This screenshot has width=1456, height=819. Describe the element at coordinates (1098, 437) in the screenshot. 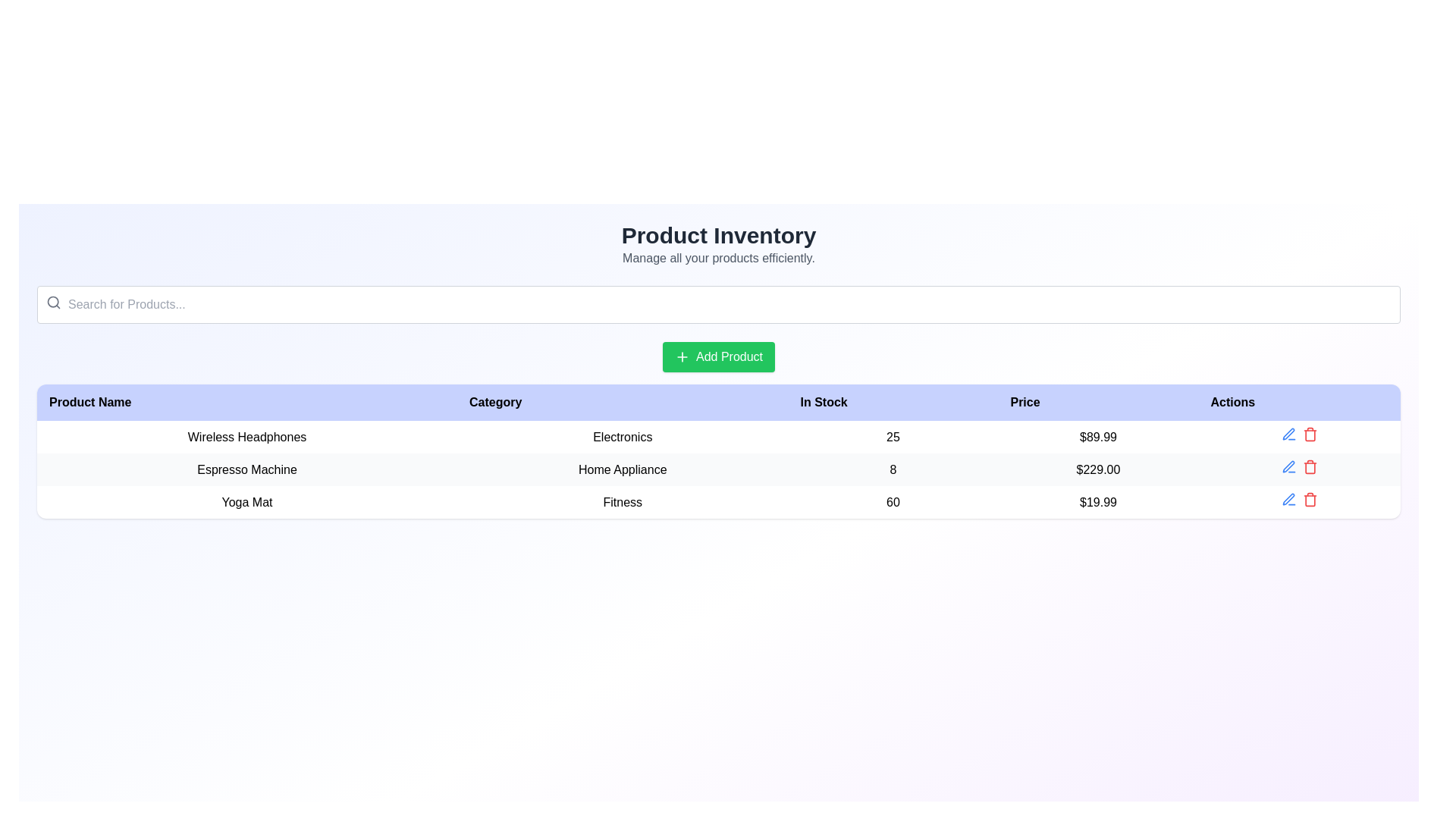

I see `the Price text label displaying the price of the Wireless Headphones in the first row of the table` at that location.